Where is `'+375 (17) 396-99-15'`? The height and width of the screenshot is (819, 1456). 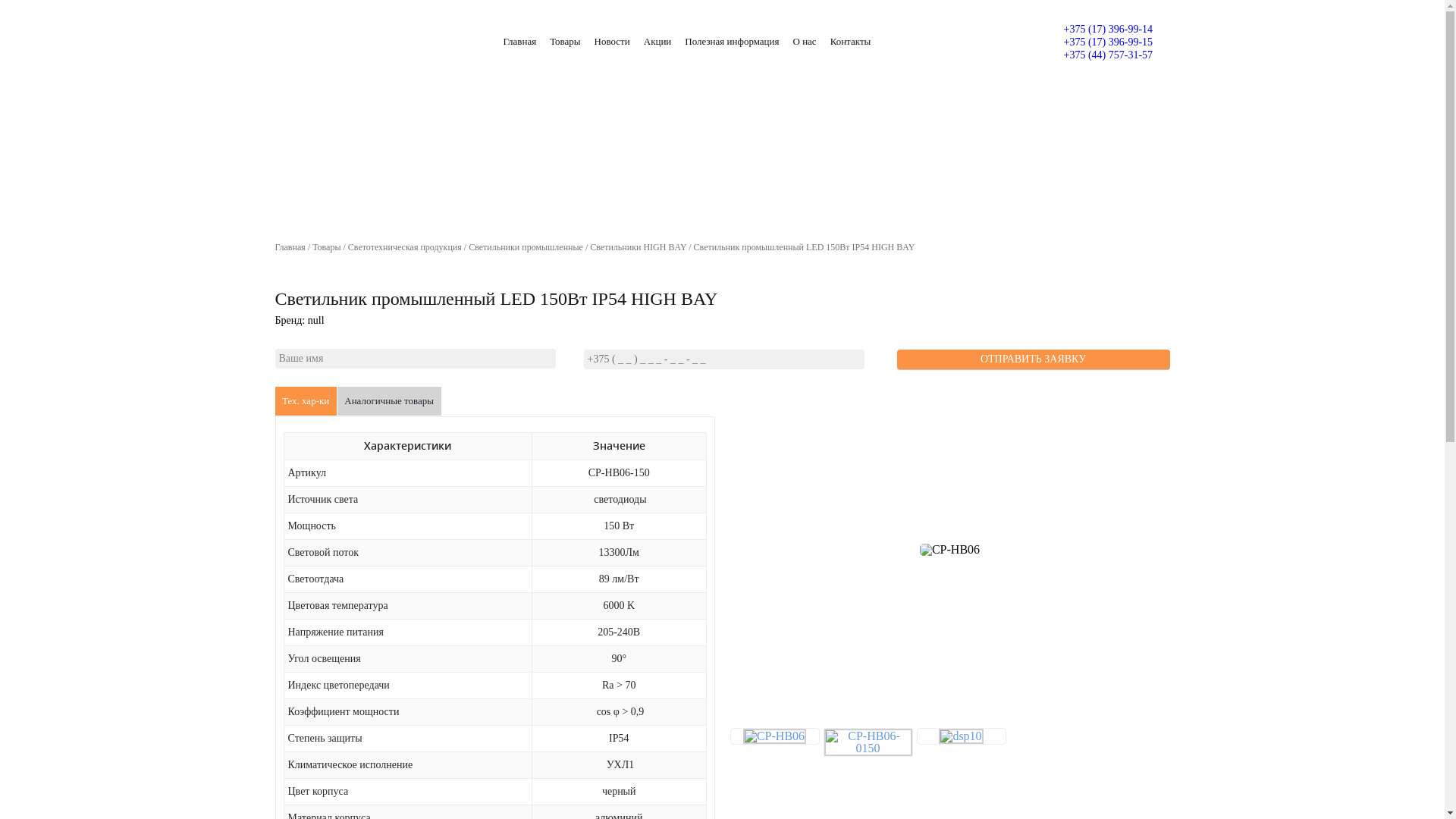 '+375 (17) 396-99-15' is located at coordinates (1107, 41).